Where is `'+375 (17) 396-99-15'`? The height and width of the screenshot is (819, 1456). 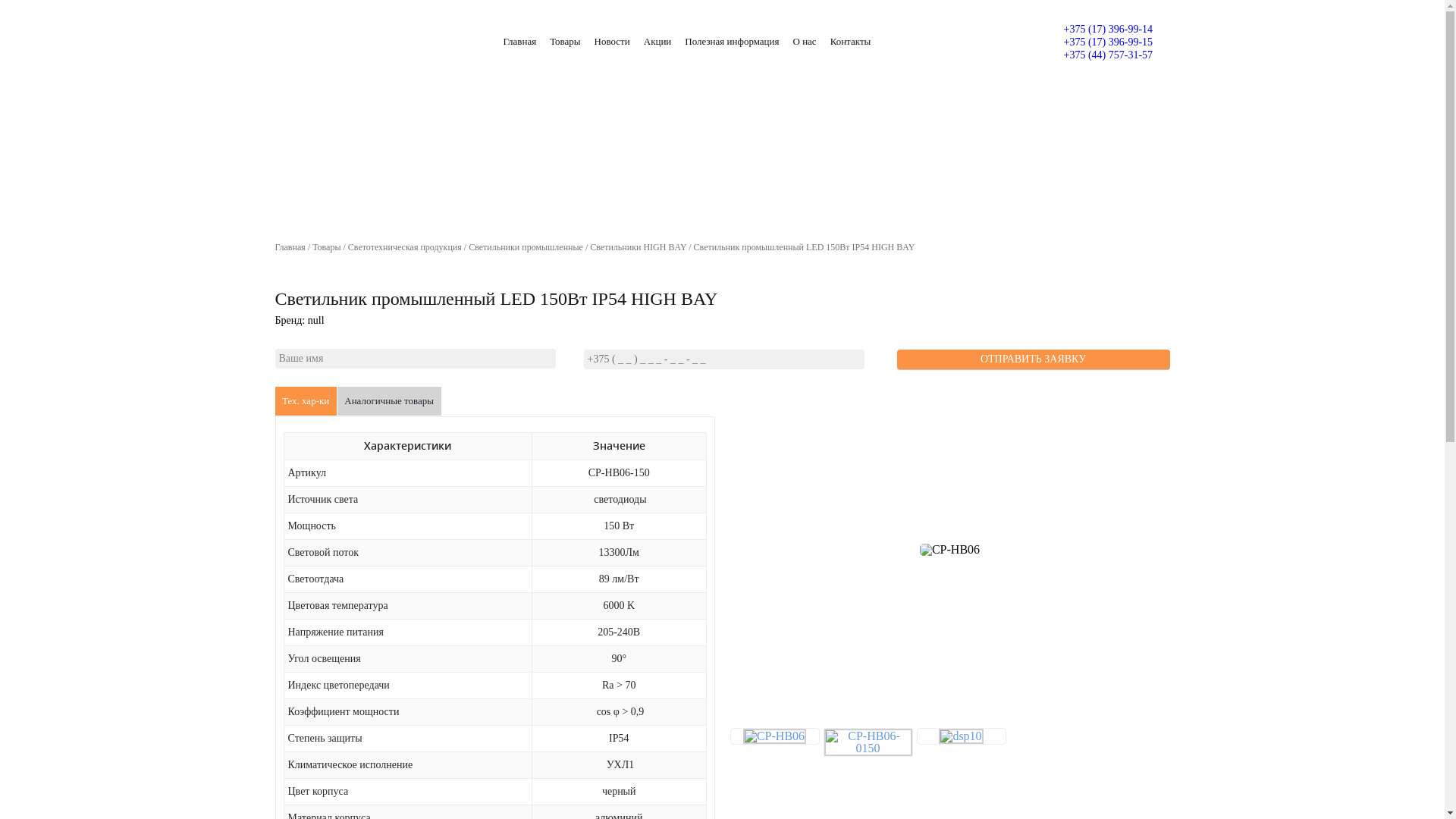 '+375 (17) 396-99-15' is located at coordinates (1107, 41).